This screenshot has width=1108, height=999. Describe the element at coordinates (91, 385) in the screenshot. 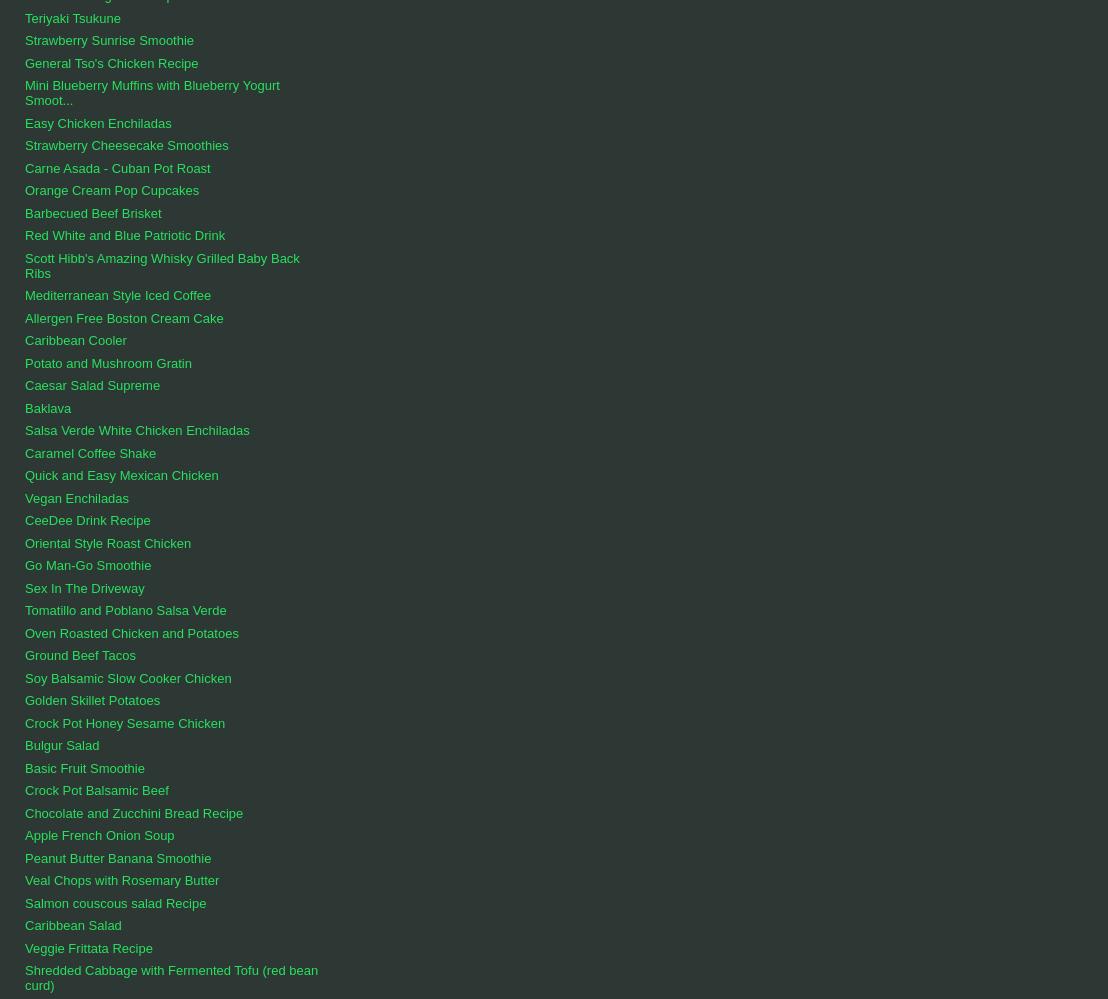

I see `'Caesar Salad Supreme'` at that location.